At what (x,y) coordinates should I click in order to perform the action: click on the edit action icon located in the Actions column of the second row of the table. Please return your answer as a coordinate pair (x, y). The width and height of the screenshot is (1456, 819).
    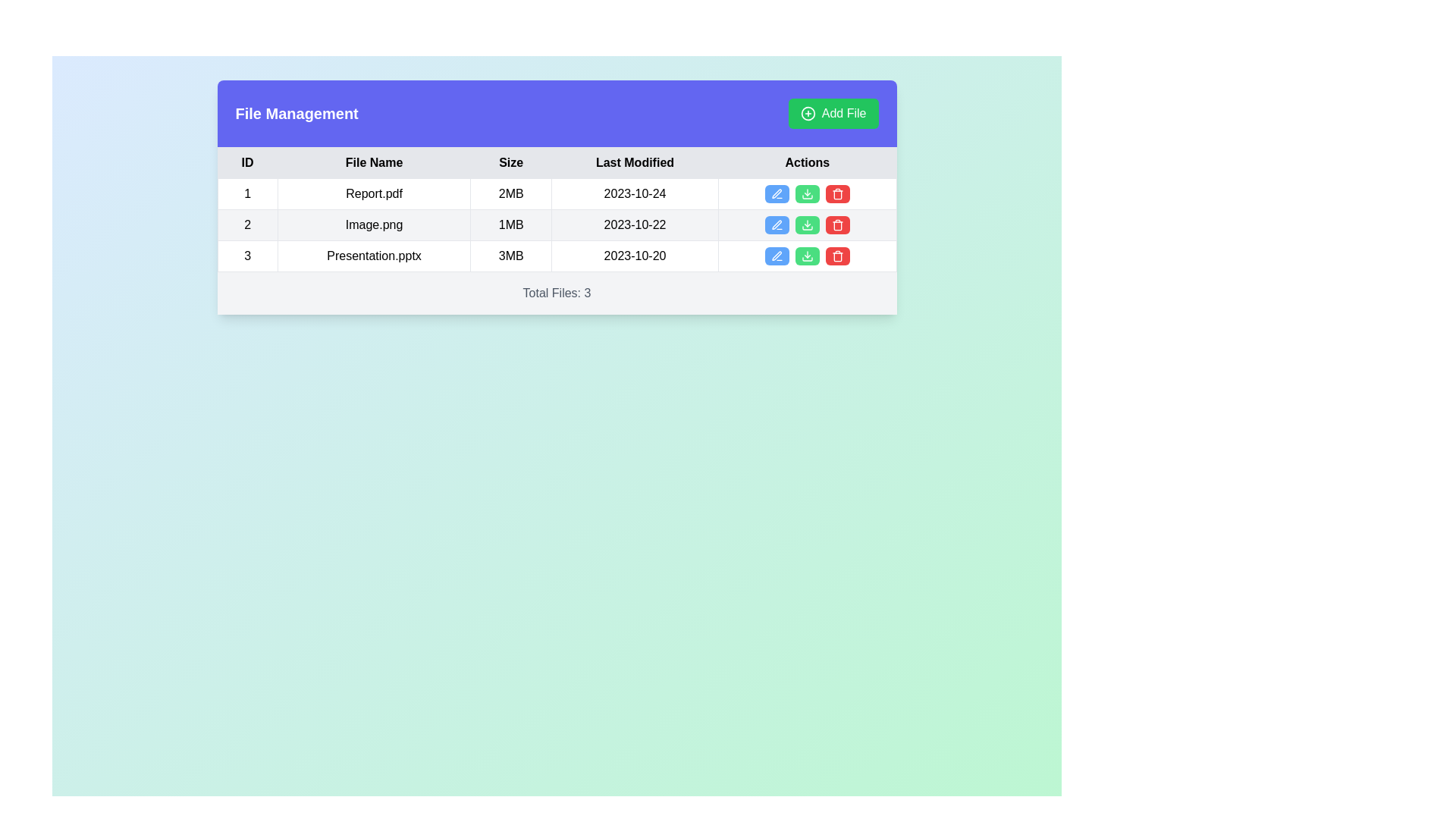
    Looking at the image, I should click on (777, 193).